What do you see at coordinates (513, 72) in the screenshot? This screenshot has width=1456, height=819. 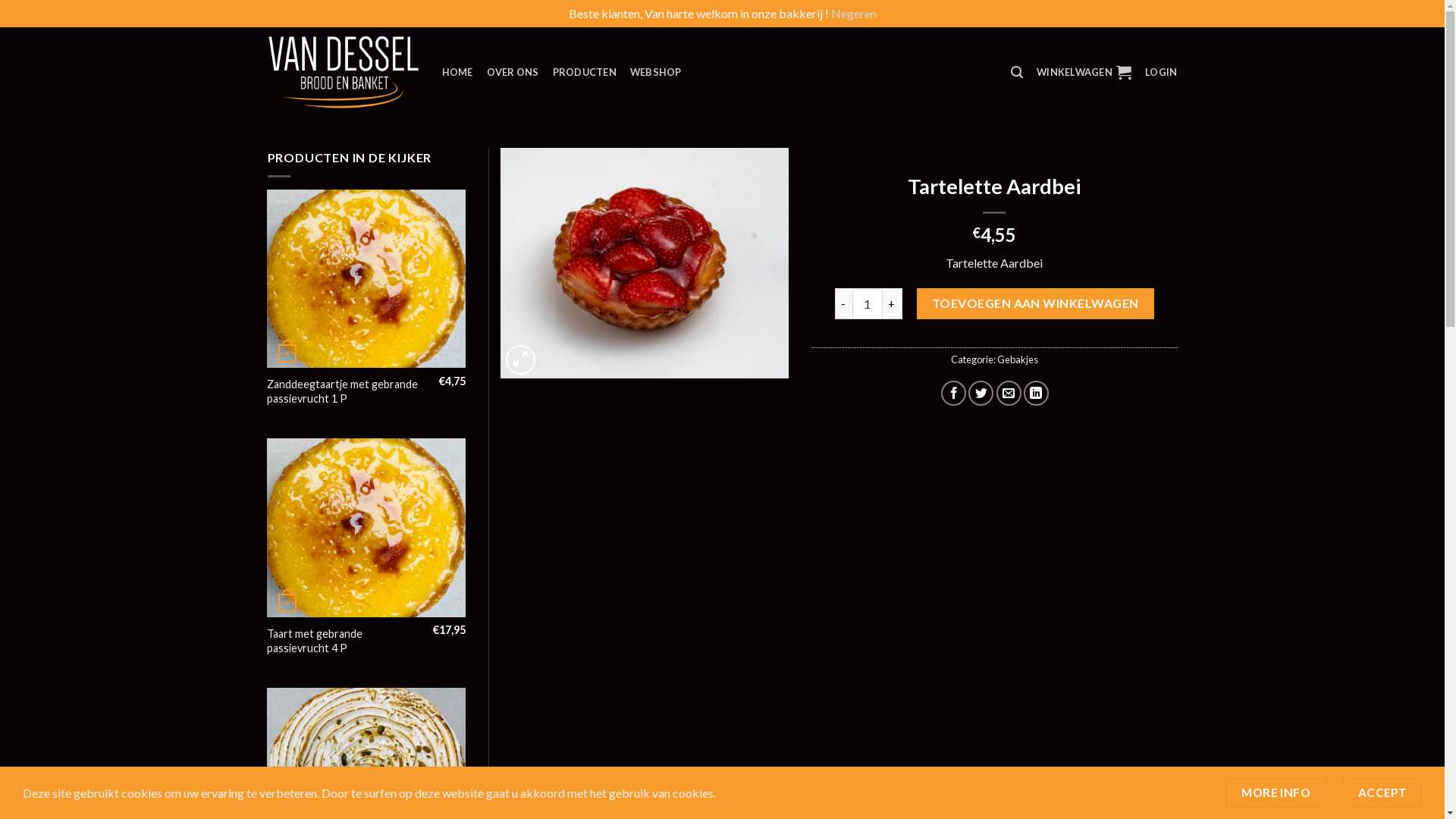 I see `'OVER ONS'` at bounding box center [513, 72].